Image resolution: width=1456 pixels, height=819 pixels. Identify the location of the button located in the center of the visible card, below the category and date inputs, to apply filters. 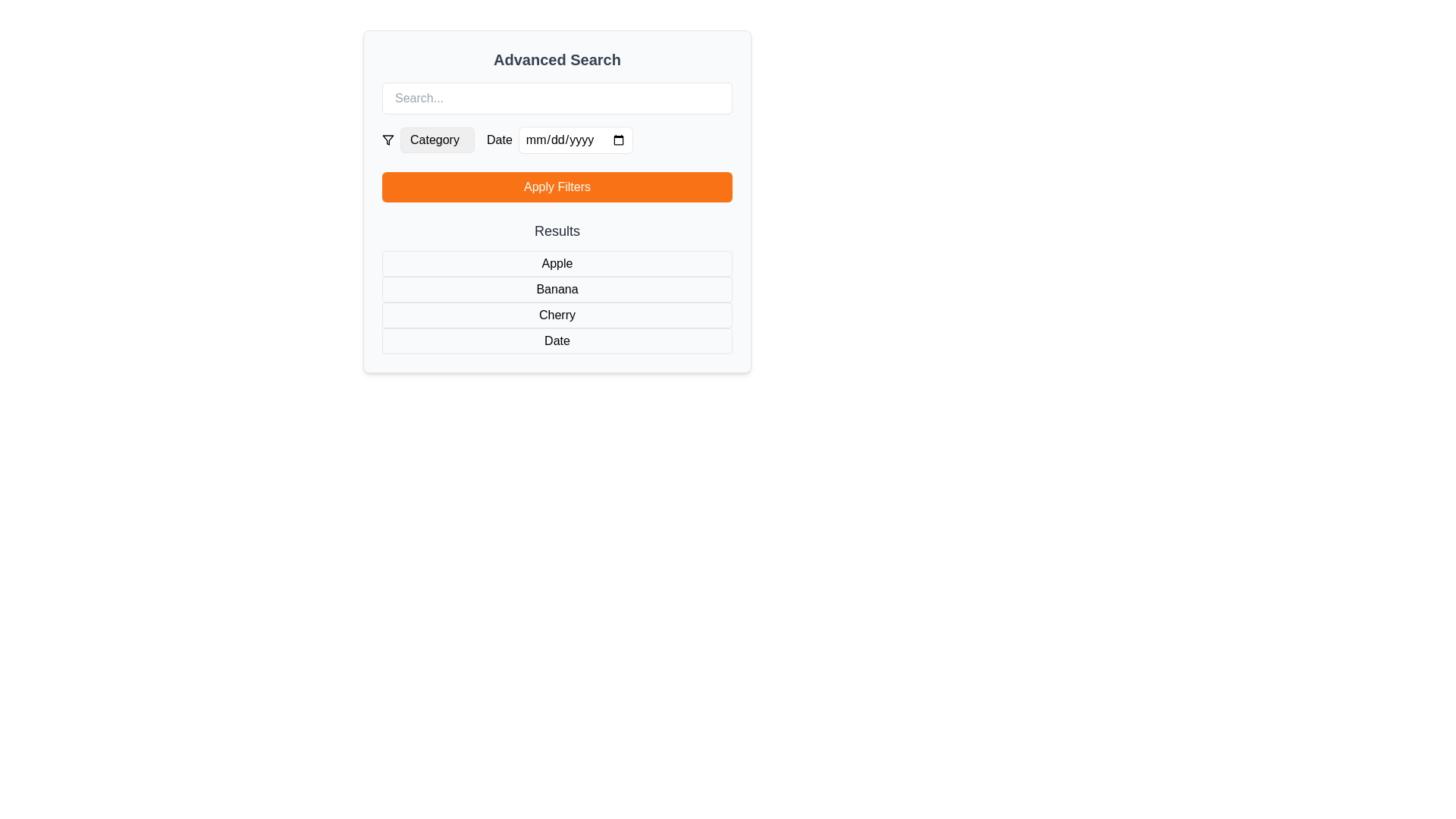
(556, 201).